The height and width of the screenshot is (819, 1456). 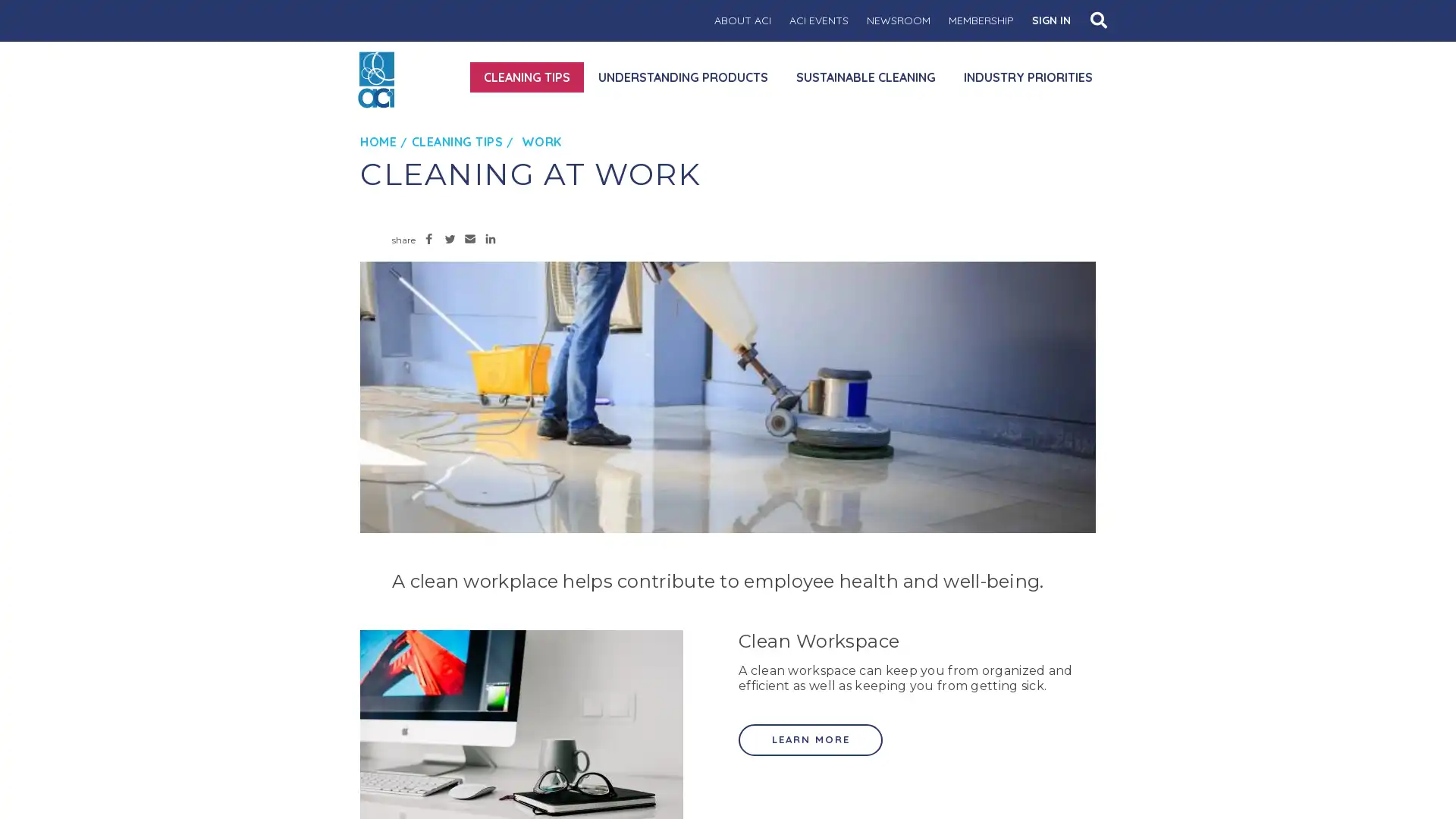 I want to click on Share to LinkedIn, so click(x=482, y=239).